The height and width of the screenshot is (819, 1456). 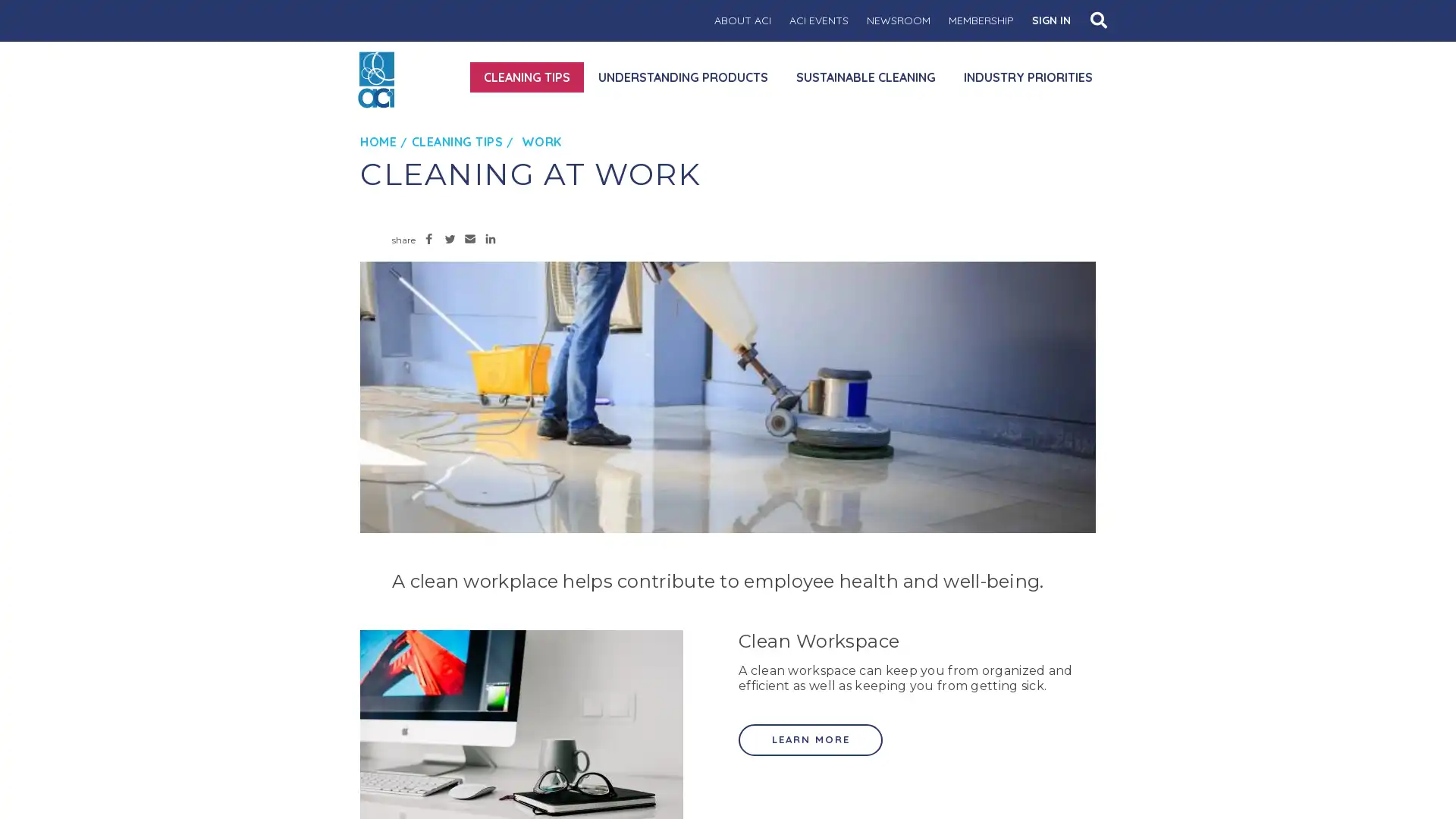 I want to click on Share to LinkedIn, so click(x=482, y=239).